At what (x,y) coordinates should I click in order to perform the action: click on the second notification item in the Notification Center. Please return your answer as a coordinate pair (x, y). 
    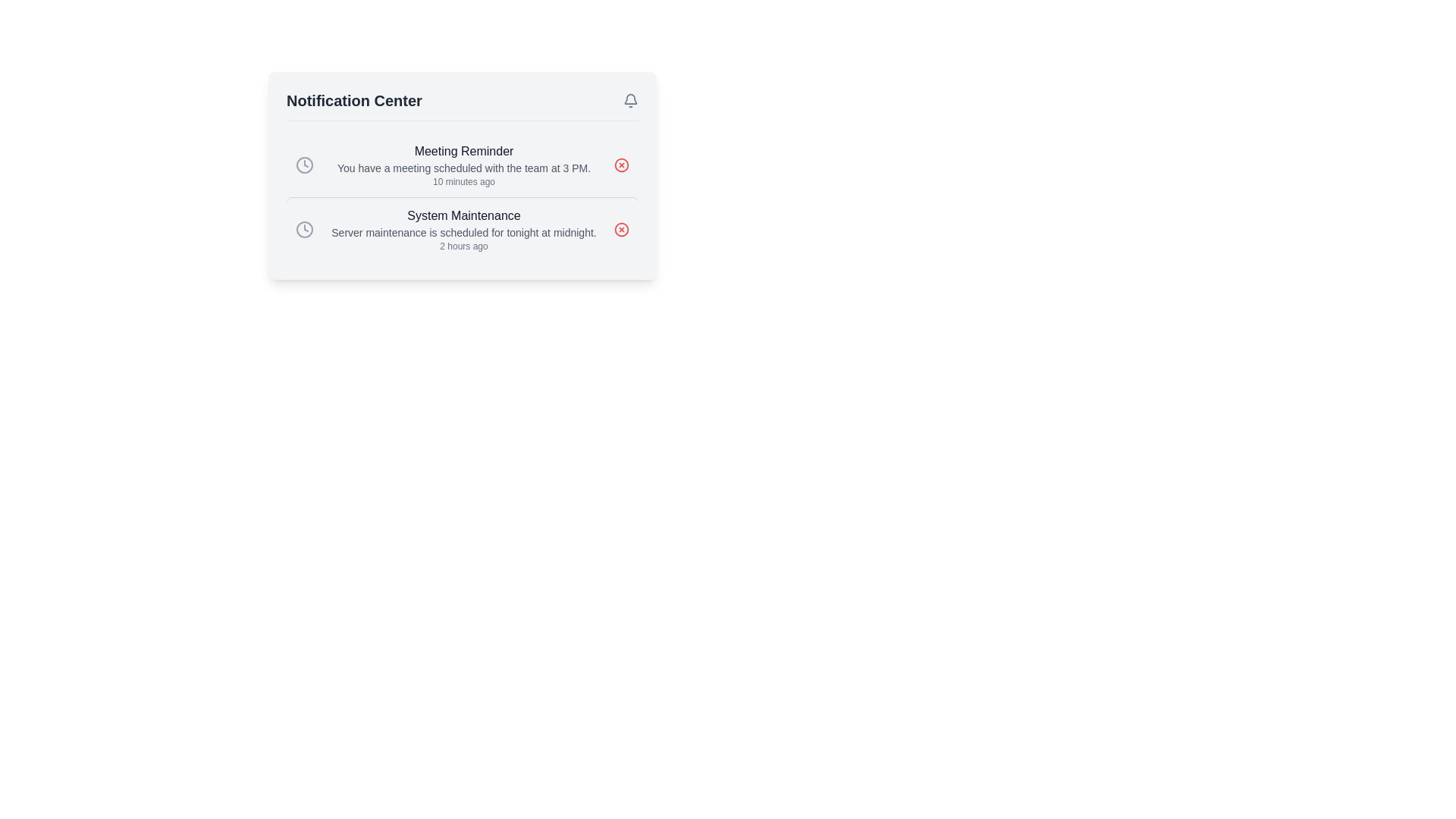
    Looking at the image, I should click on (461, 229).